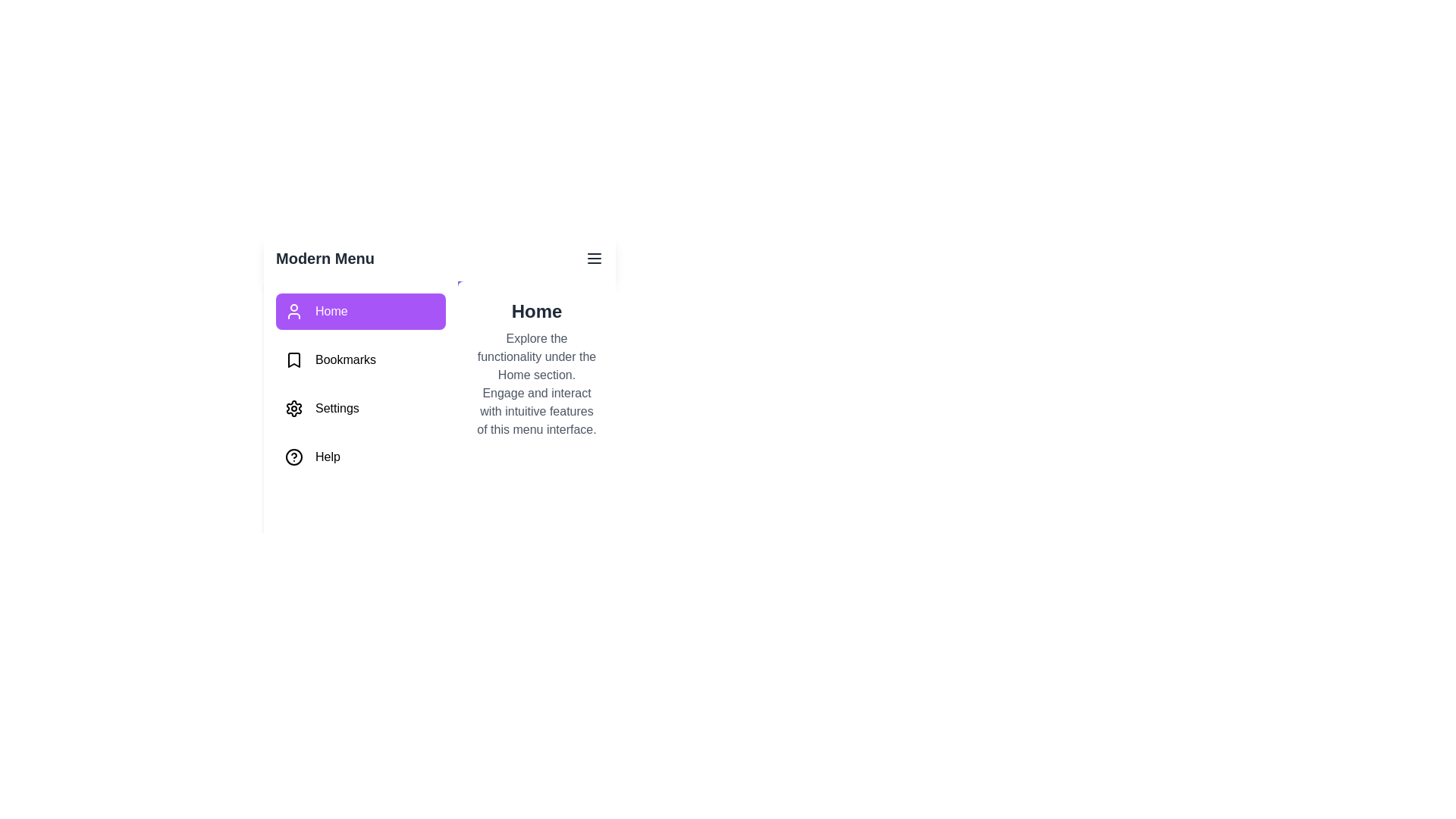 This screenshot has width=1456, height=819. I want to click on the tab named Bookmarks from the sidebar menu, so click(359, 359).